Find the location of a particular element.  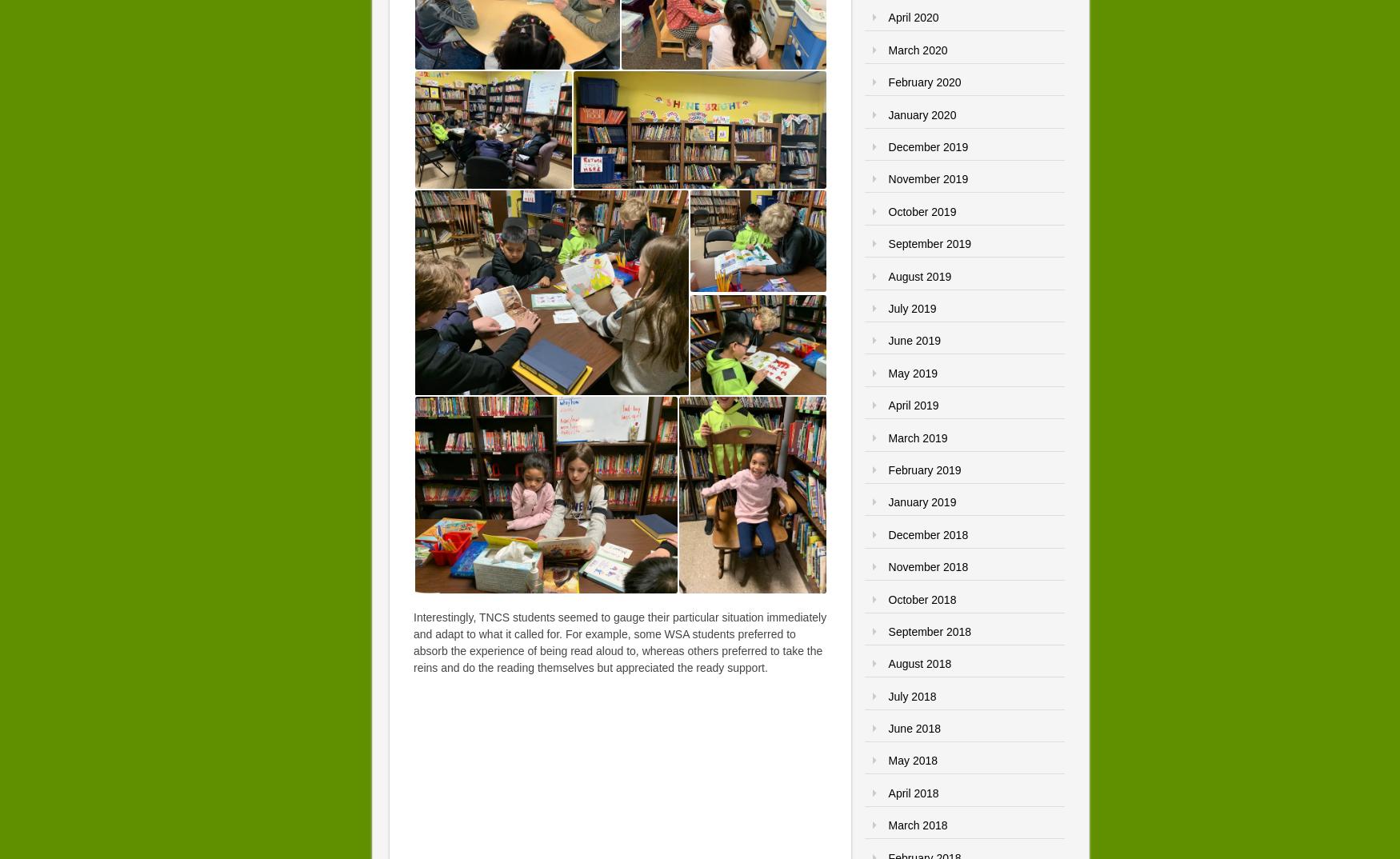

'August 2019' is located at coordinates (918, 274).